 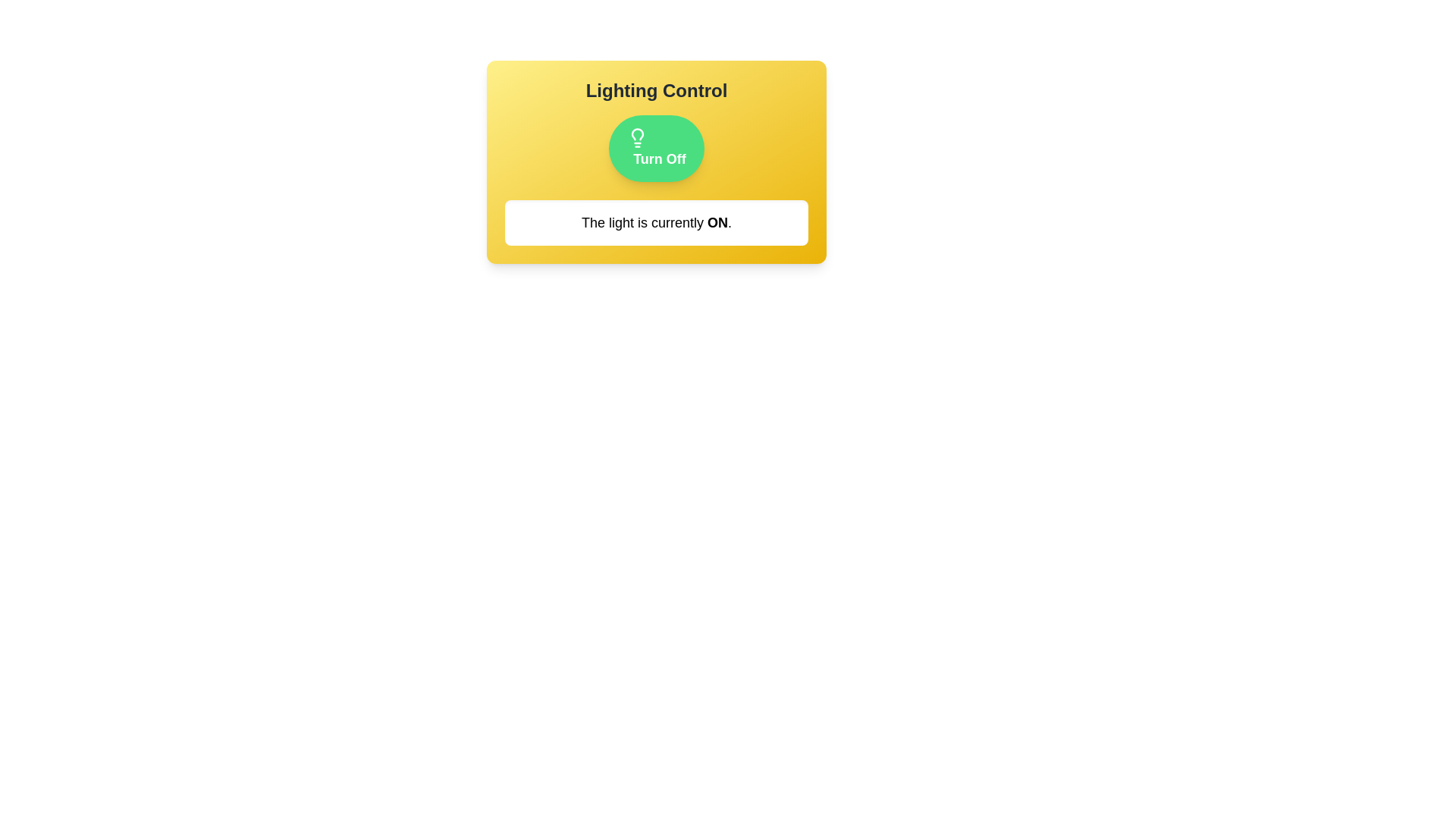 What do you see at coordinates (656, 149) in the screenshot?
I see `main button labeled 'Turn Off' to toggle the light state` at bounding box center [656, 149].